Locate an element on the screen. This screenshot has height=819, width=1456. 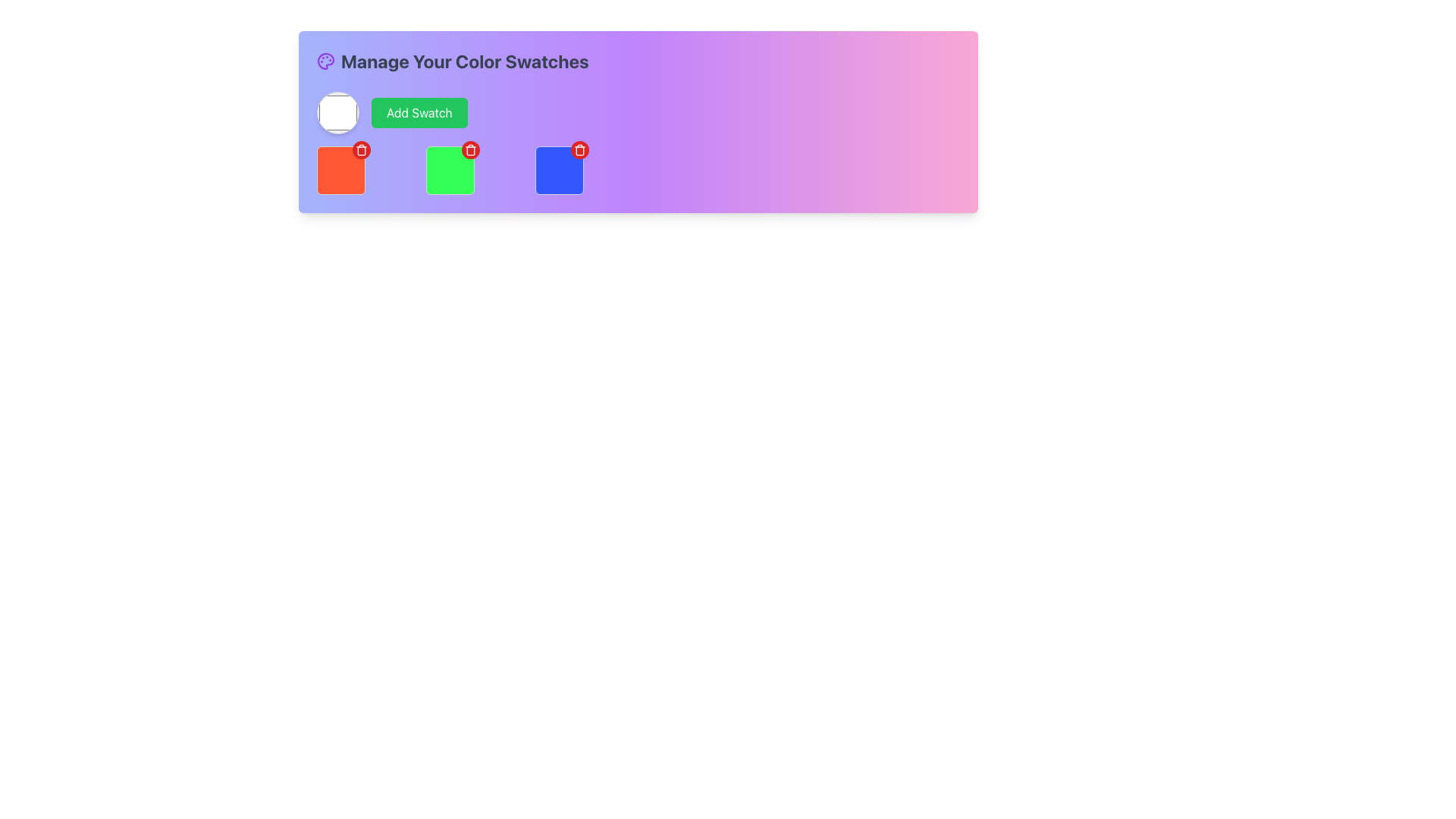
the delete icon located in the top-right corner of the red-orange selectable color swatch with rounded corners, which is the first block in a series of colored blocks is located at coordinates (340, 170).